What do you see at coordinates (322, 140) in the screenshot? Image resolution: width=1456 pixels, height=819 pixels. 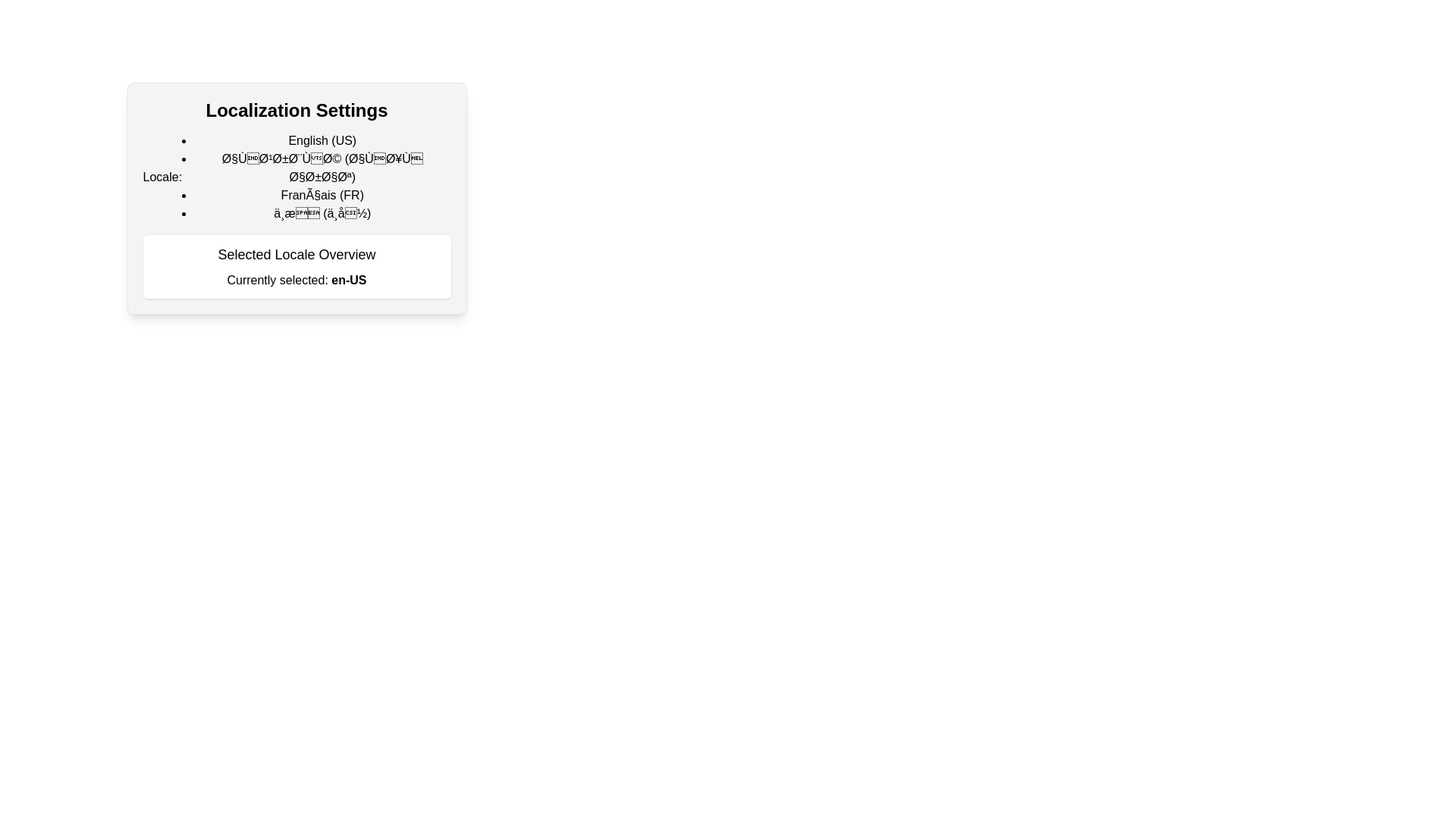 I see `to select the 'English (US)' locale text element located under the 'Locale:' section in the 'Localization Settings' group` at bounding box center [322, 140].